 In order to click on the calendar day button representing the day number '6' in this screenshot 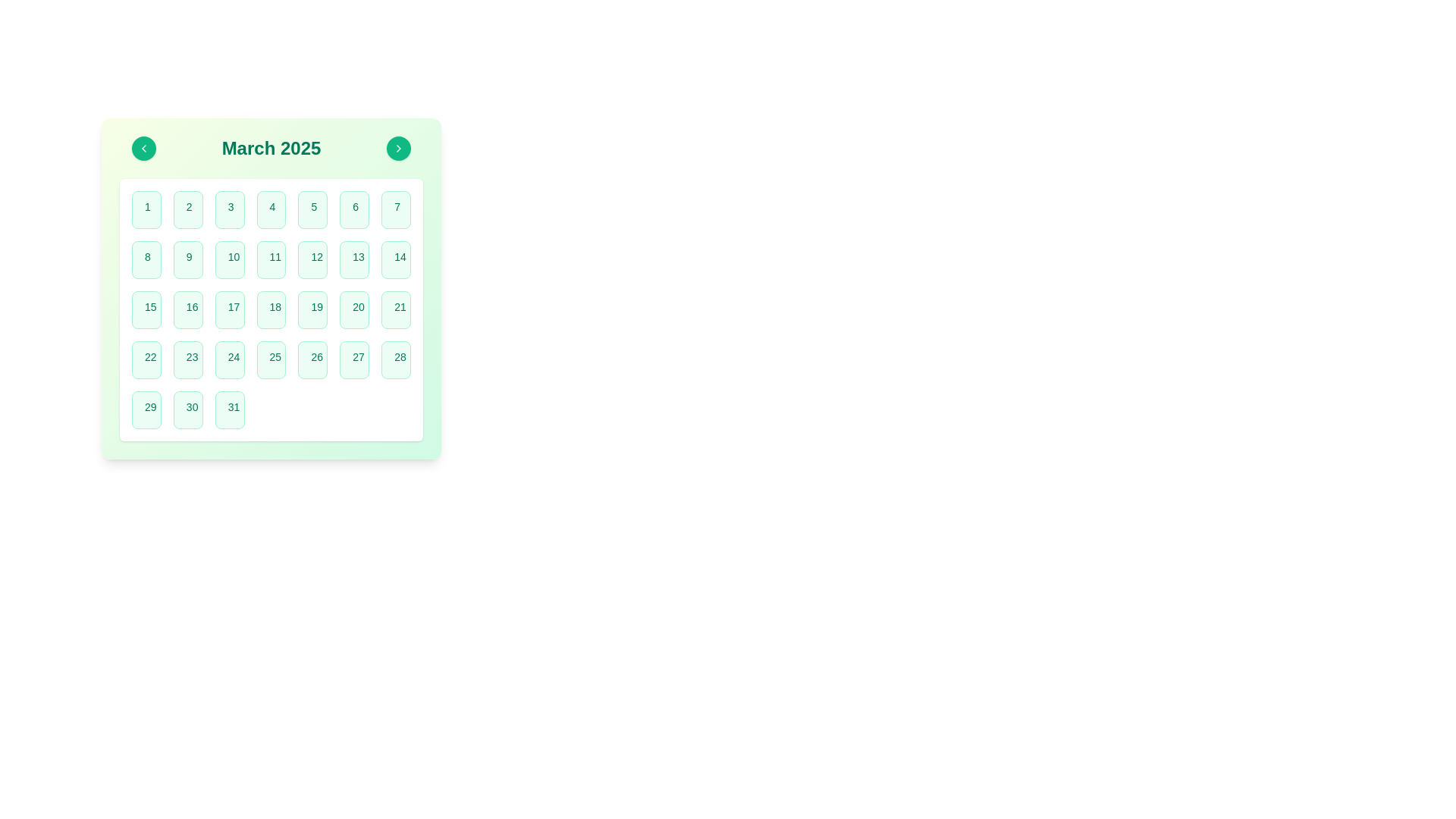, I will do `click(353, 210)`.